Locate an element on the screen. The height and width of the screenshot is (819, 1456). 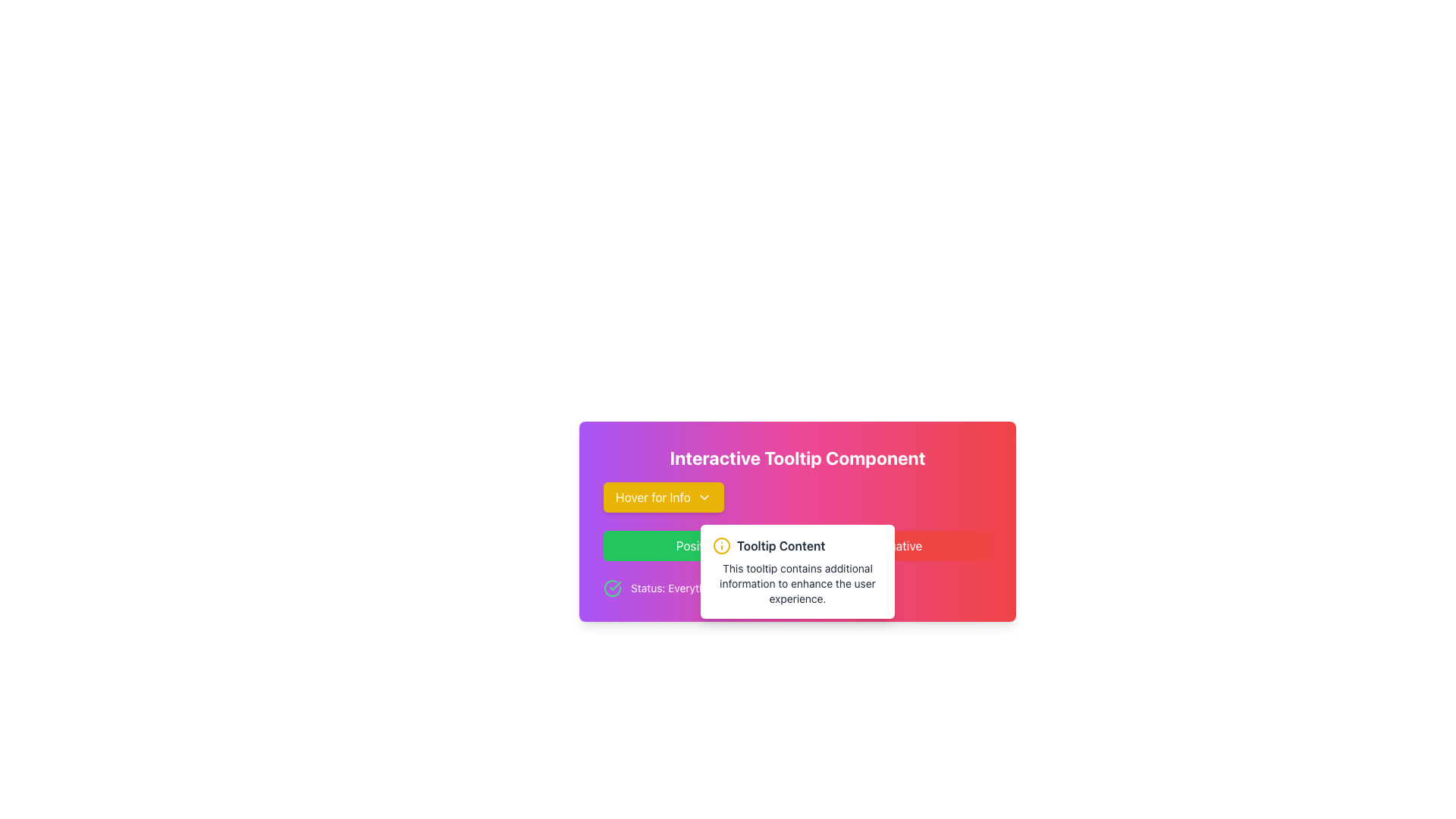
the text block displaying 'This tooltip contains additional information to enhance the user experience.' located below 'Tooltip Content' in the tooltip overlay is located at coordinates (796, 583).